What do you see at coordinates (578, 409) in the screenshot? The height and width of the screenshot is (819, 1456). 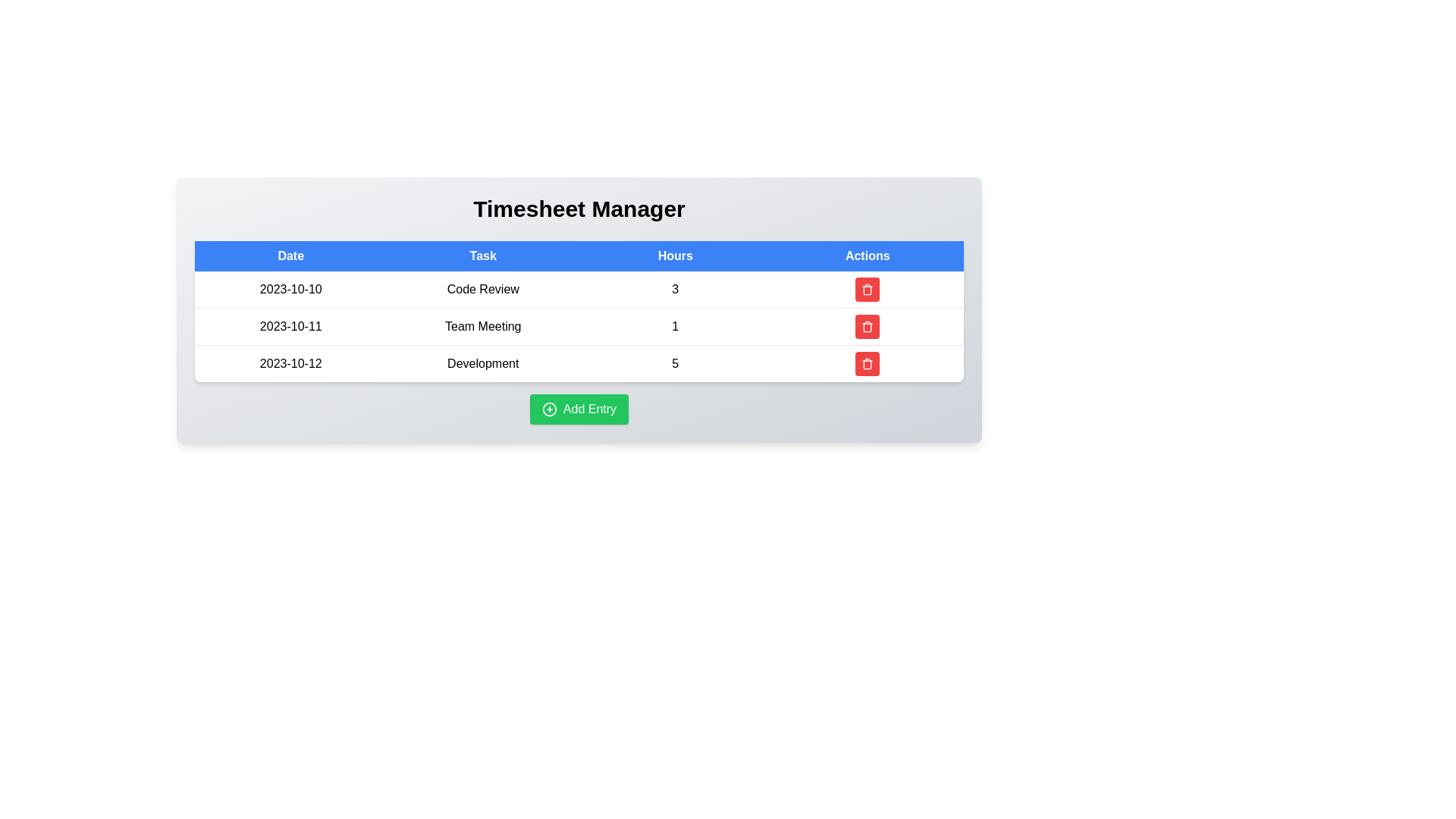 I see `the green button labeled 'Add Entry' with a plus icon` at bounding box center [578, 409].